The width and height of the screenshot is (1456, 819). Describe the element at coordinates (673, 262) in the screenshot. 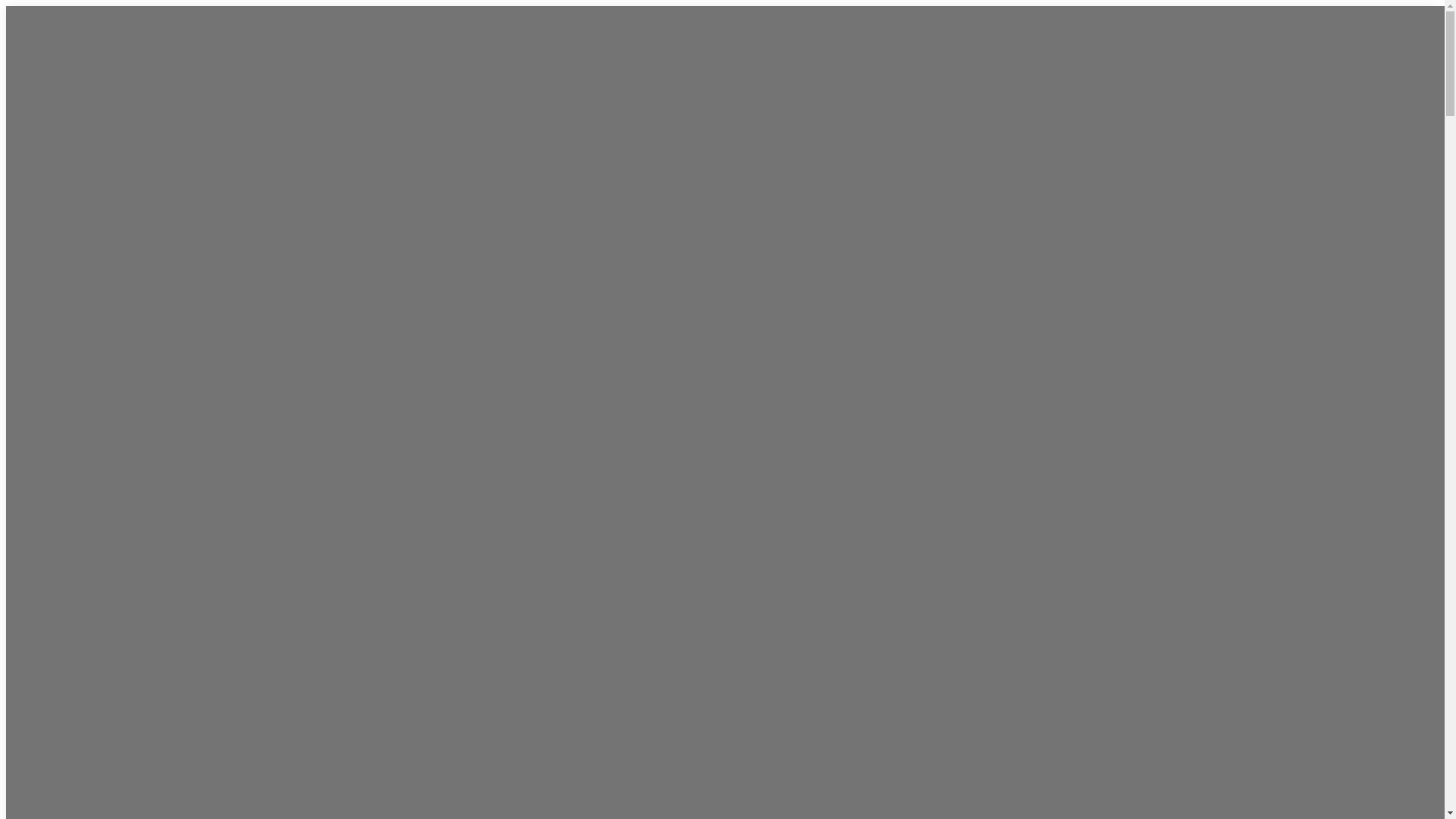

I see `'Waste Lawyers'` at that location.